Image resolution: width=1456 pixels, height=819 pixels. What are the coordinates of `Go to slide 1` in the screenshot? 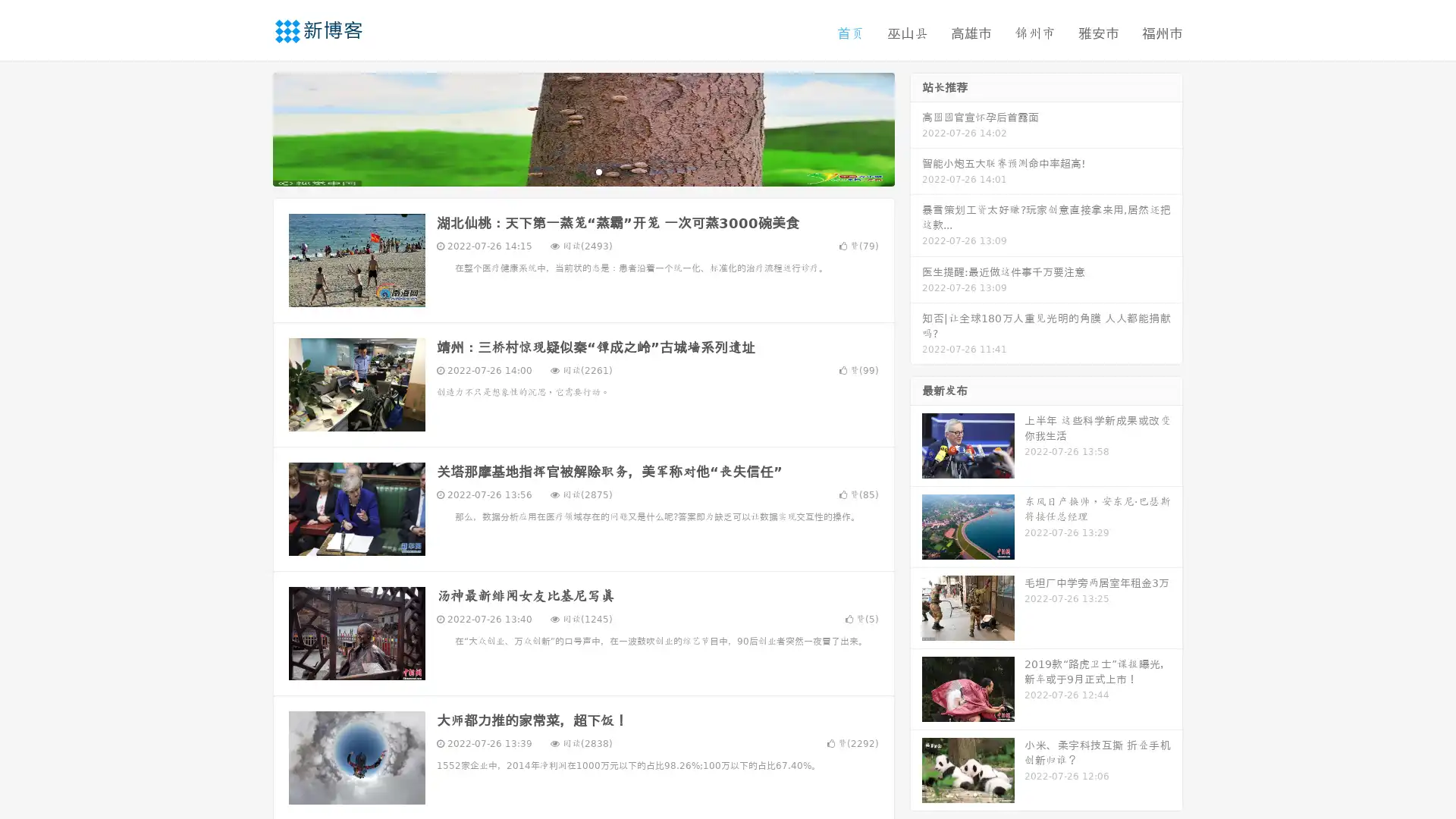 It's located at (567, 171).